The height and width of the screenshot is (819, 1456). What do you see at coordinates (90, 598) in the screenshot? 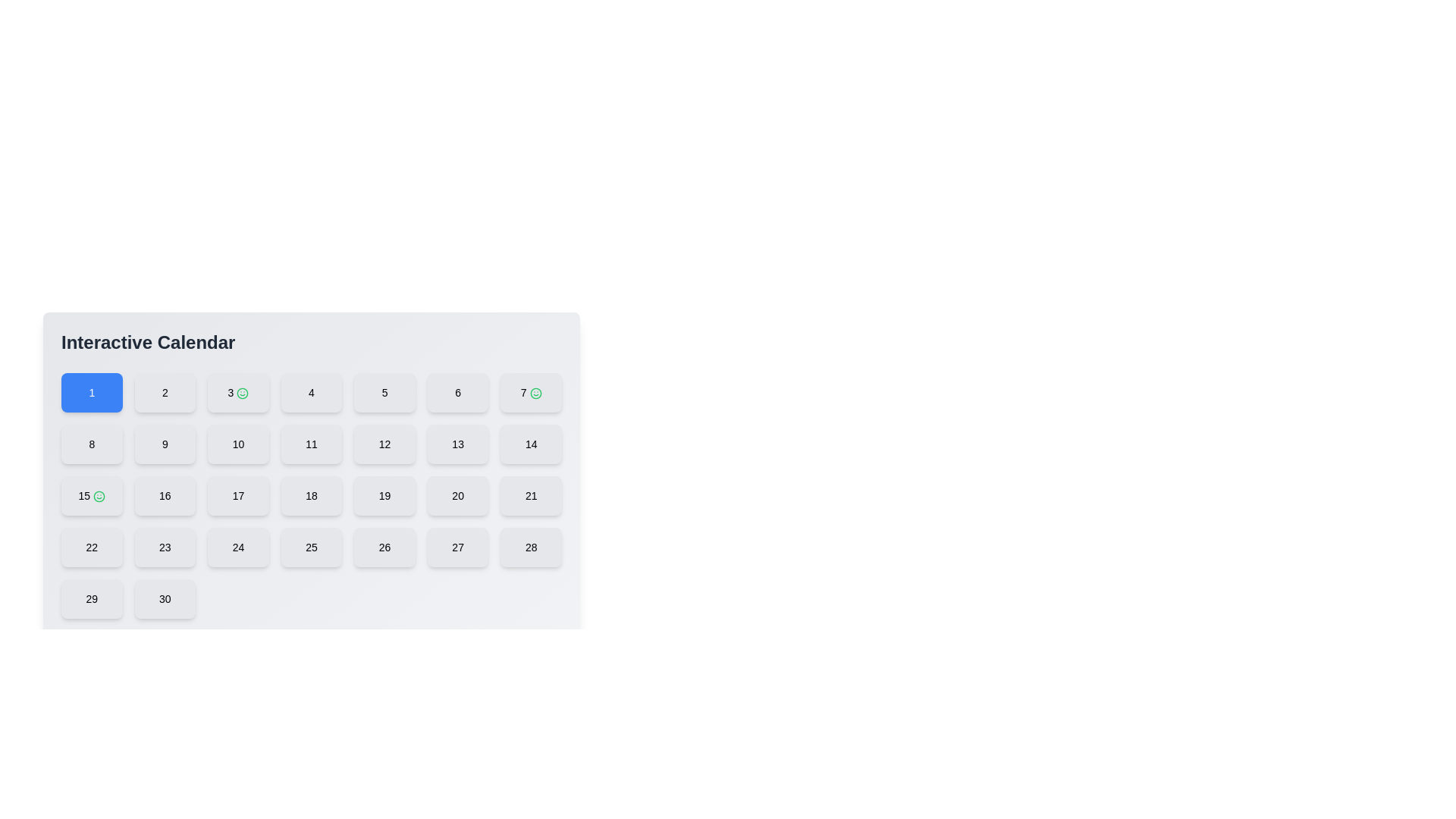
I see `the rounded rectangular button labeled '29' with a light grey background located in the last row, first column of the grid under 'Interactive Calendar'` at bounding box center [90, 598].